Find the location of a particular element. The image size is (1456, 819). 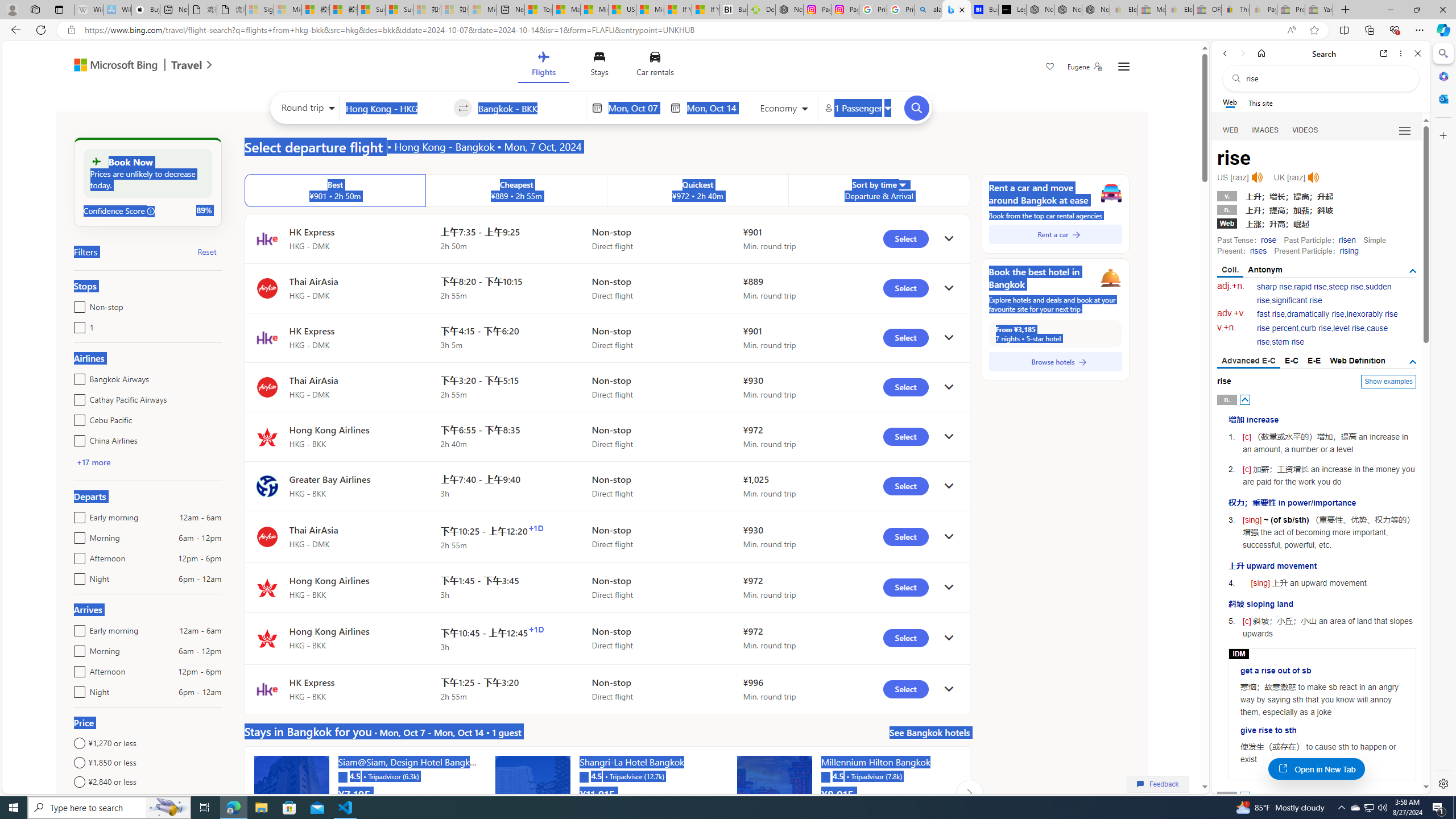

'China Airlines' is located at coordinates (76, 438).